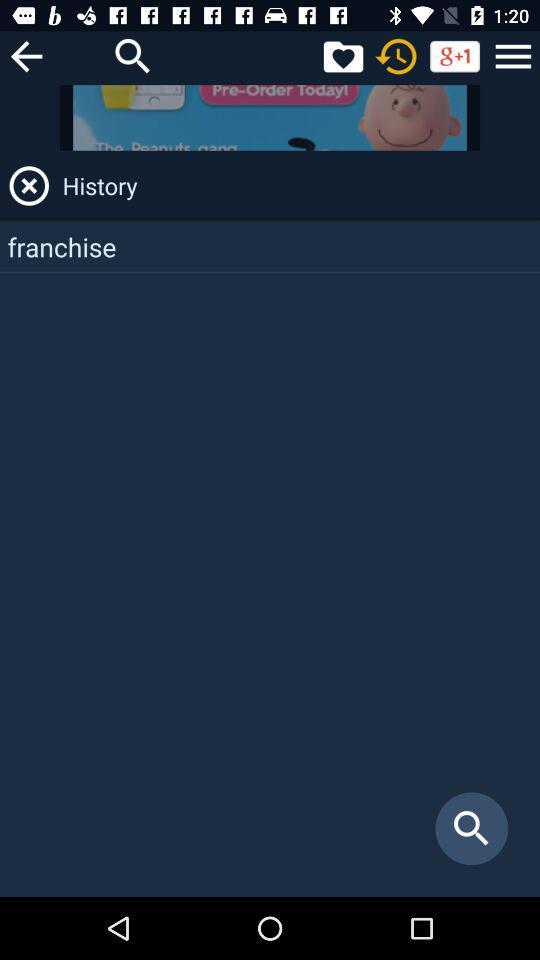 The width and height of the screenshot is (540, 960). I want to click on the search icon, so click(133, 55).